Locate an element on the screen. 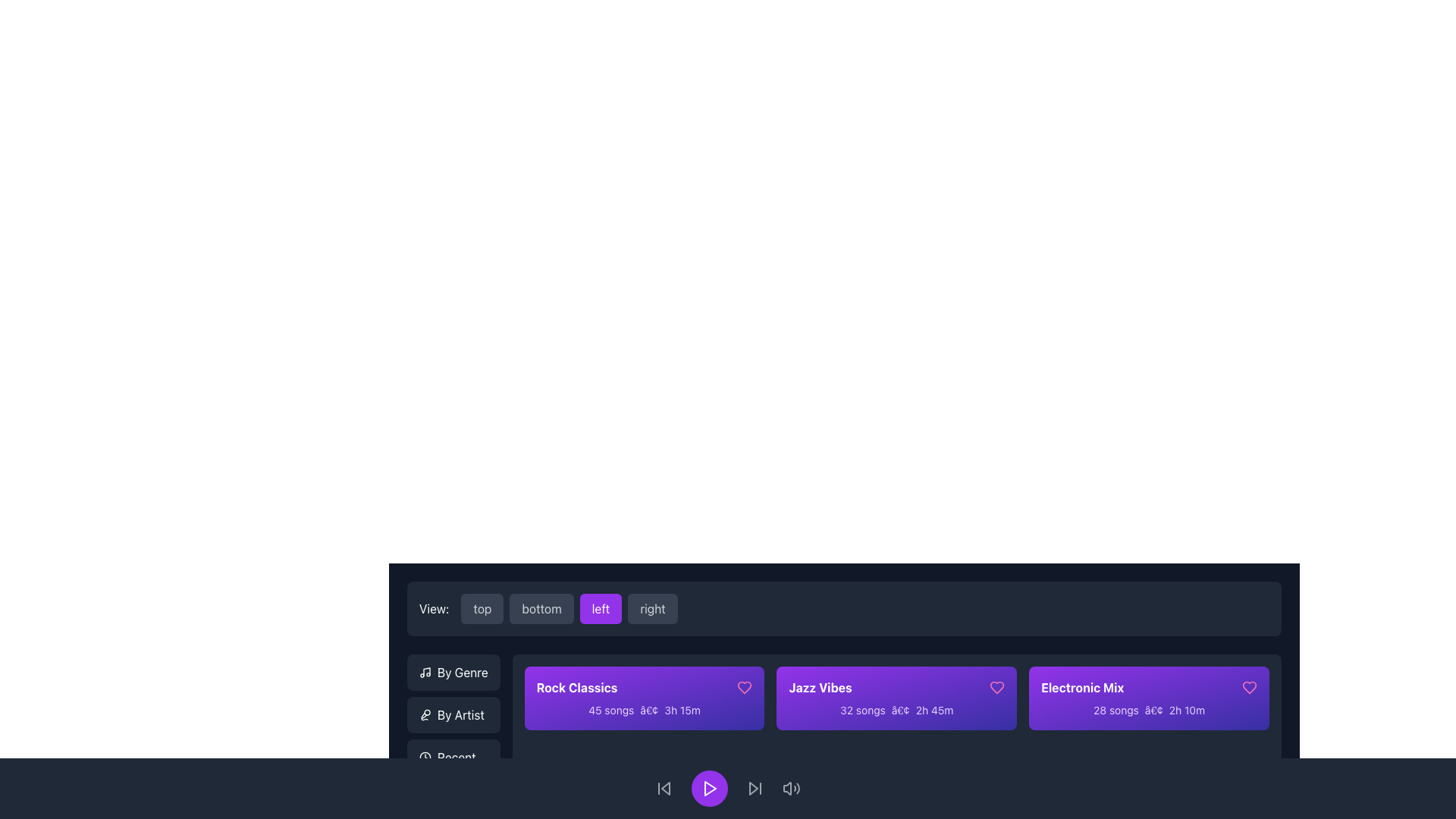 The height and width of the screenshot is (819, 1456). the circular clock icon located in the 'Recent' section, positioned to the immediate left of the text 'Recent' is located at coordinates (425, 758).